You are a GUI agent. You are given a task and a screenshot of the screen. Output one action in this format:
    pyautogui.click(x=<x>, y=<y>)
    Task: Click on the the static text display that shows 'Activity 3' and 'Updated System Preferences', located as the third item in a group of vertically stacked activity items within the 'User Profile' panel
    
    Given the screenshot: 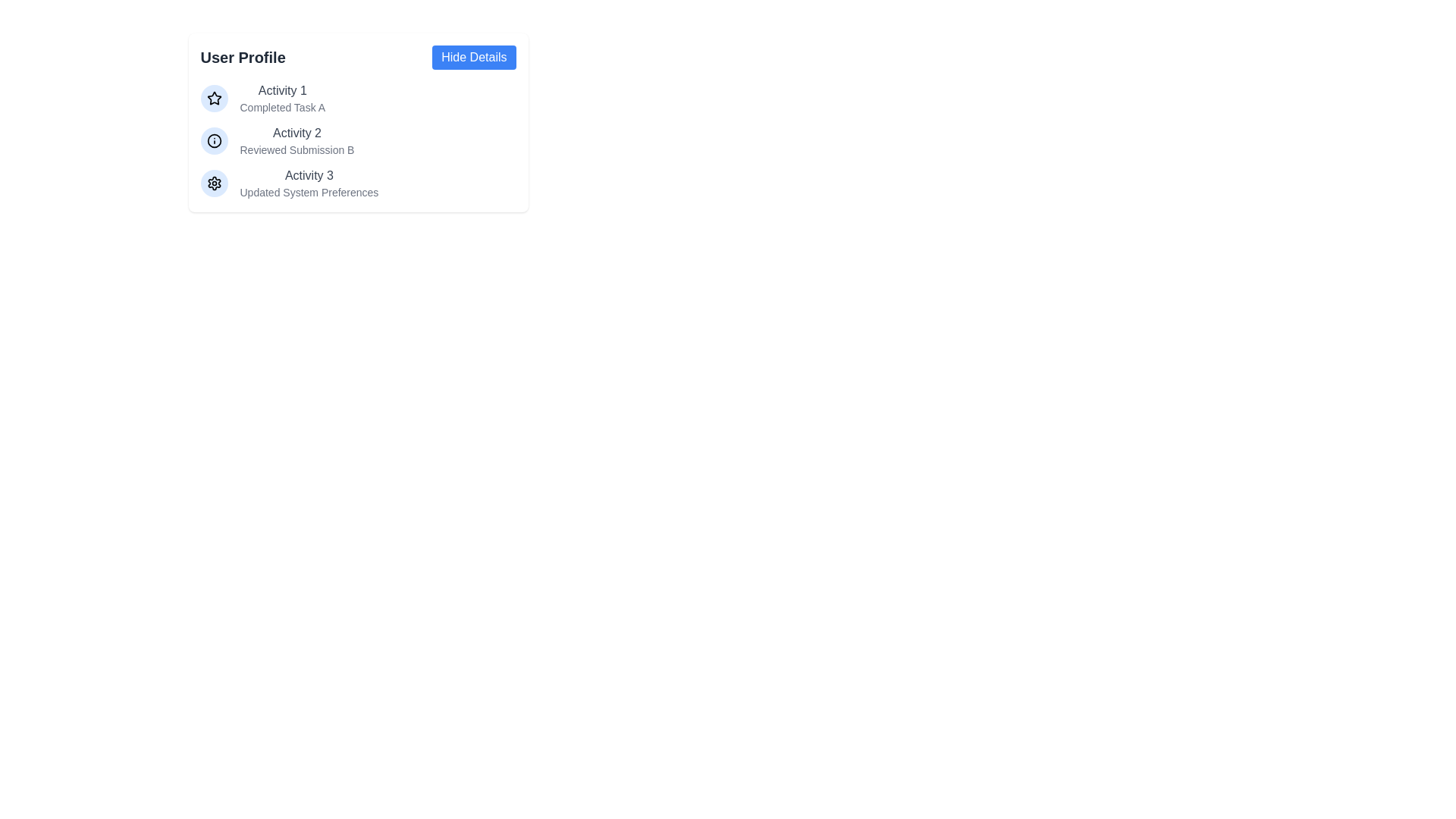 What is the action you would take?
    pyautogui.click(x=309, y=183)
    